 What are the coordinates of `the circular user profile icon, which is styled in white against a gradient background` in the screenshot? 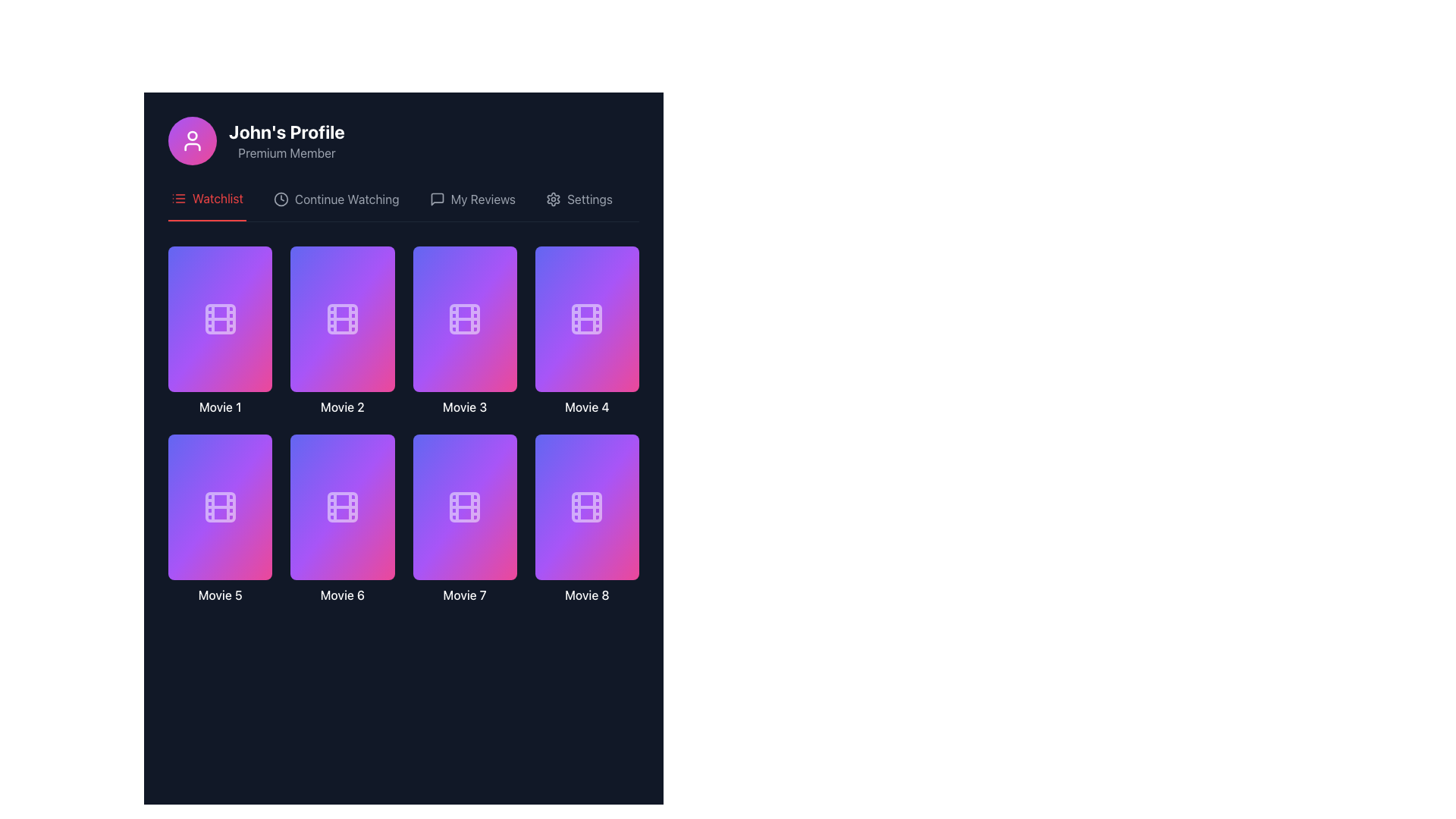 It's located at (192, 140).